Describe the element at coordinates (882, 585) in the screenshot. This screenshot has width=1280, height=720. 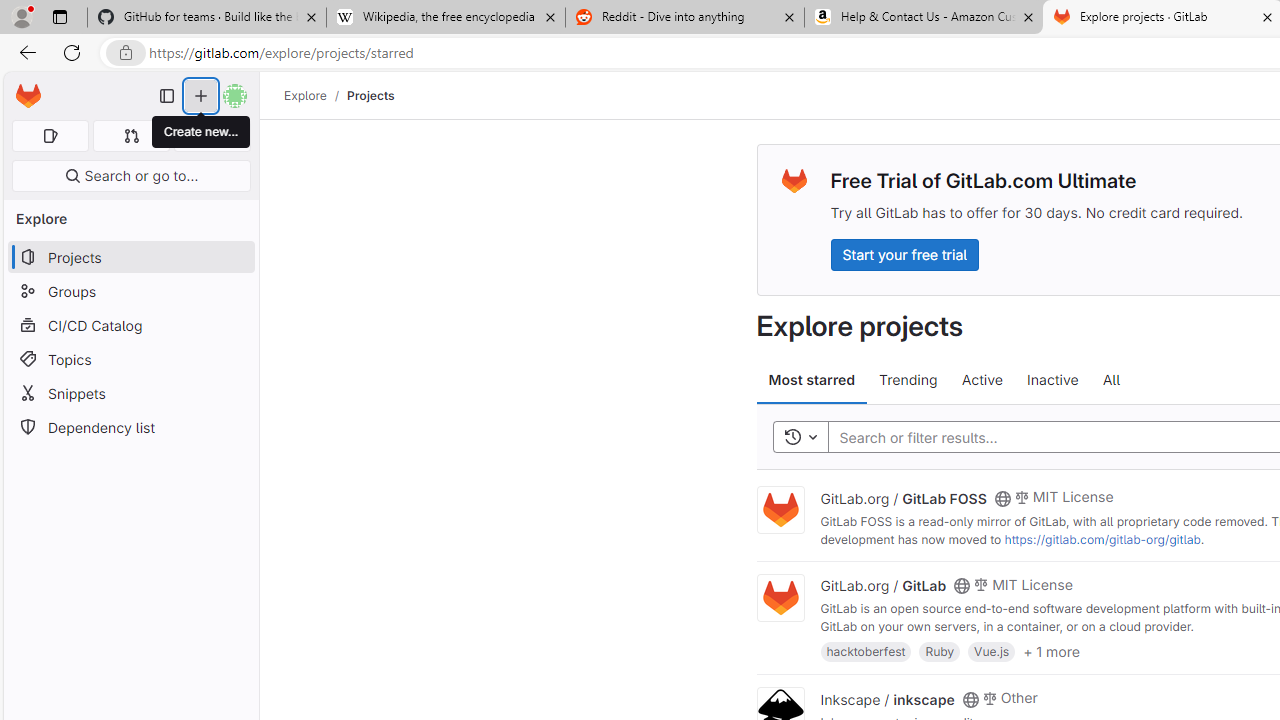
I see `'GitLab.org / GitLab'` at that location.